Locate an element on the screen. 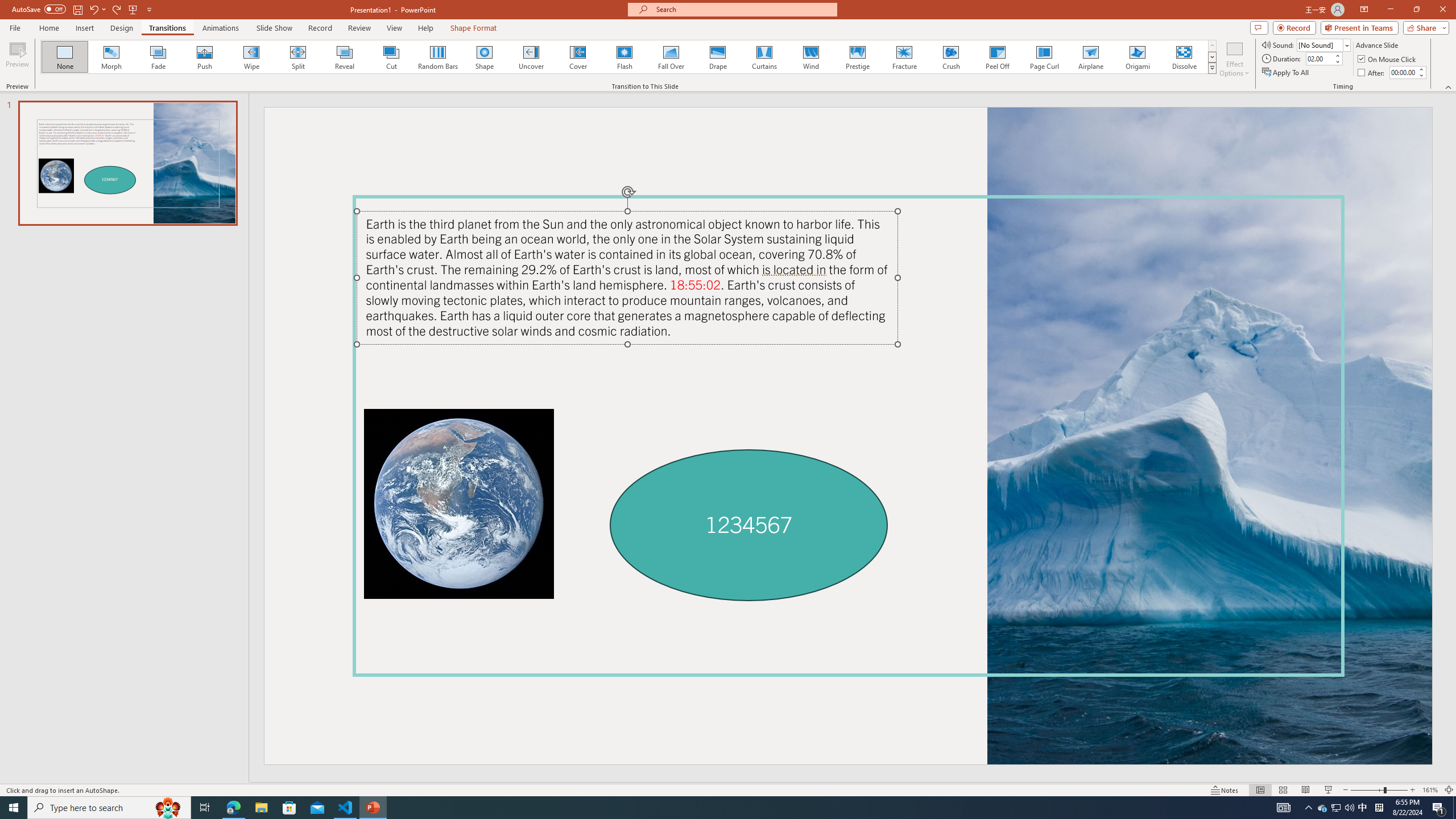 The width and height of the screenshot is (1456, 819). 'None' is located at coordinates (65, 56).